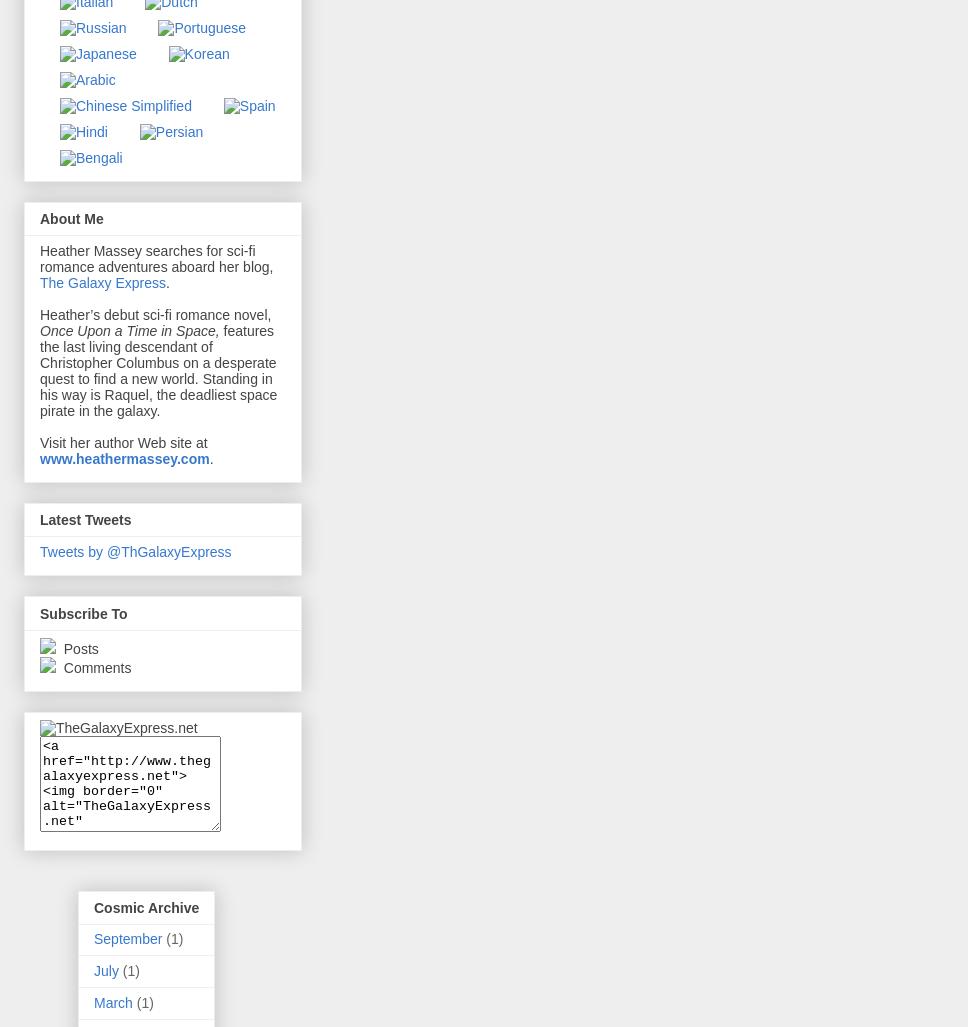 The height and width of the screenshot is (1027, 968). Describe the element at coordinates (145, 906) in the screenshot. I see `'Cosmic Archive'` at that location.